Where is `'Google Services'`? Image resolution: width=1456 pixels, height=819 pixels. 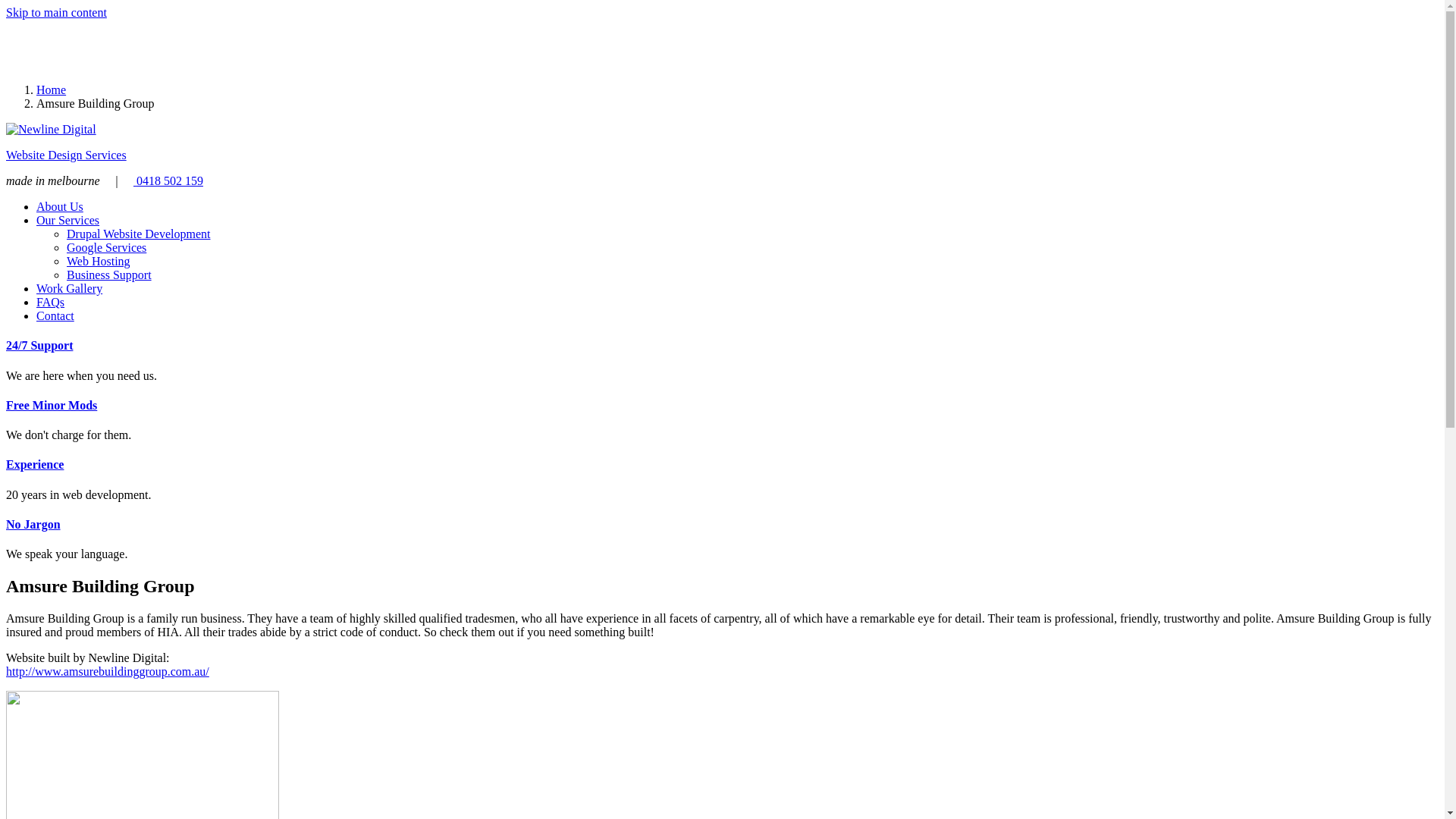 'Google Services' is located at coordinates (105, 246).